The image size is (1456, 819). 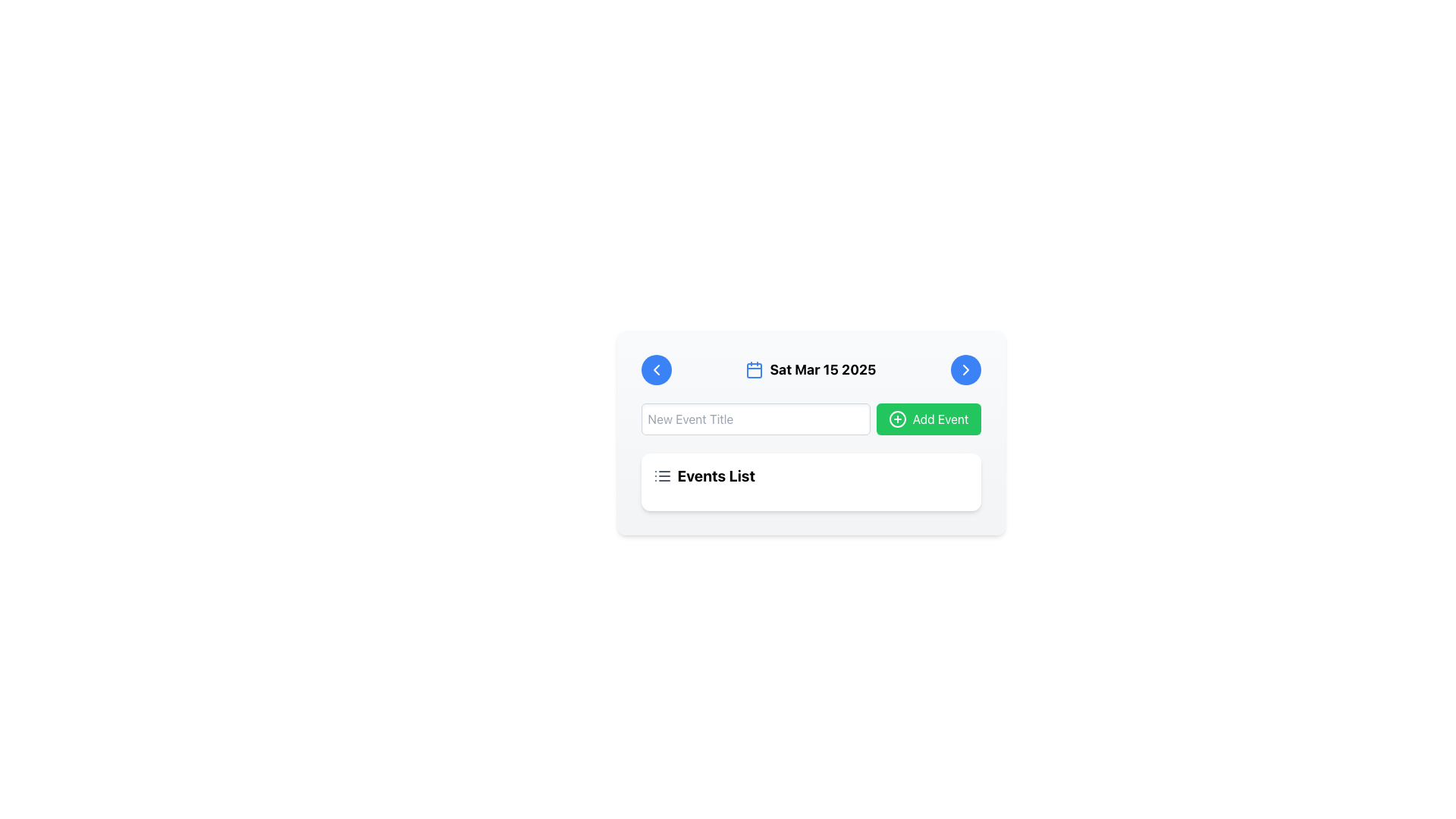 I want to click on the round blue button with a white left-pointing arrow, located on the left side before the 'Sat Mar 15 2025' text, so click(x=656, y=370).